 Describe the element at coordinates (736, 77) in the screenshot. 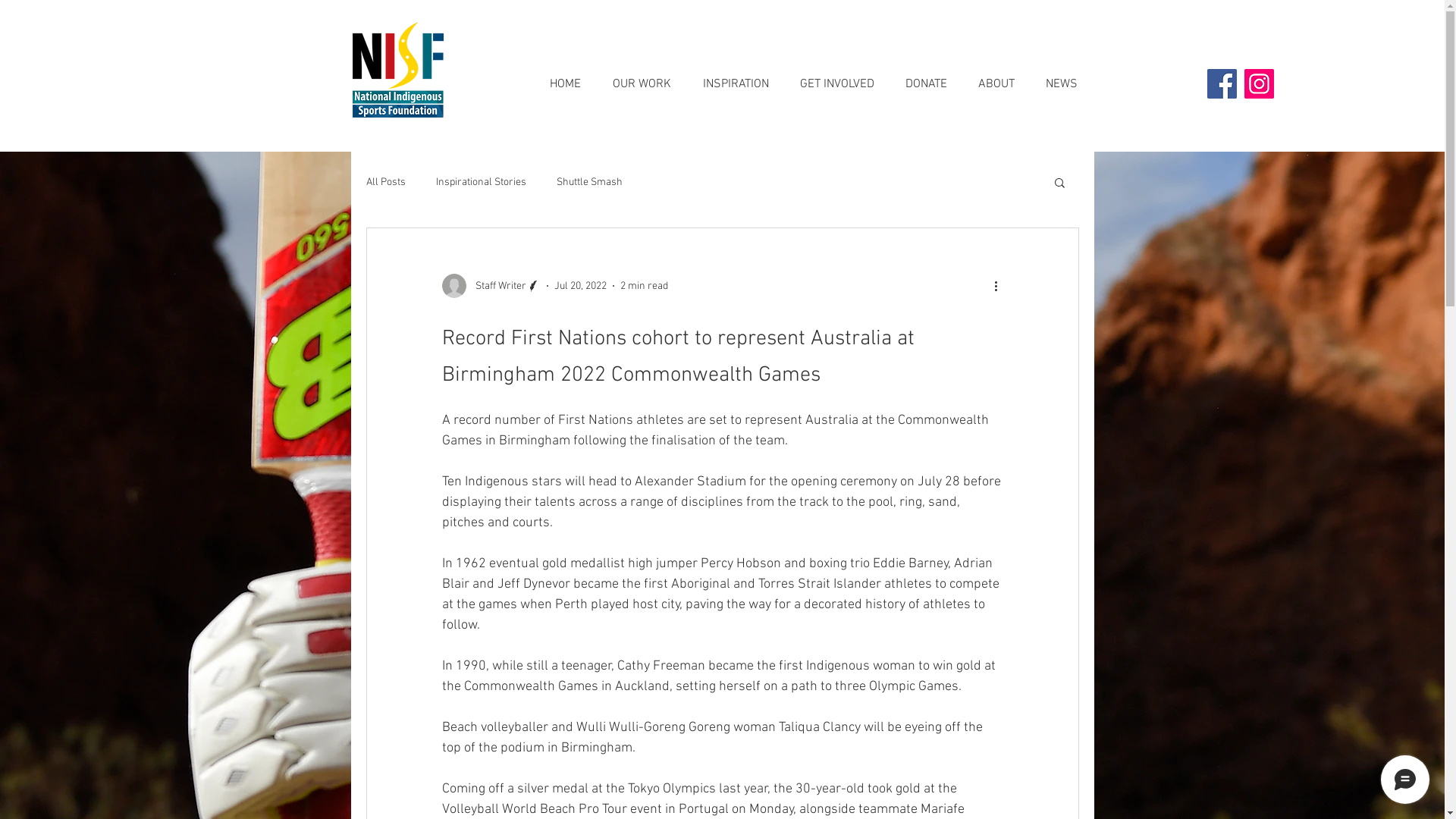

I see `'INSPIRATION'` at that location.